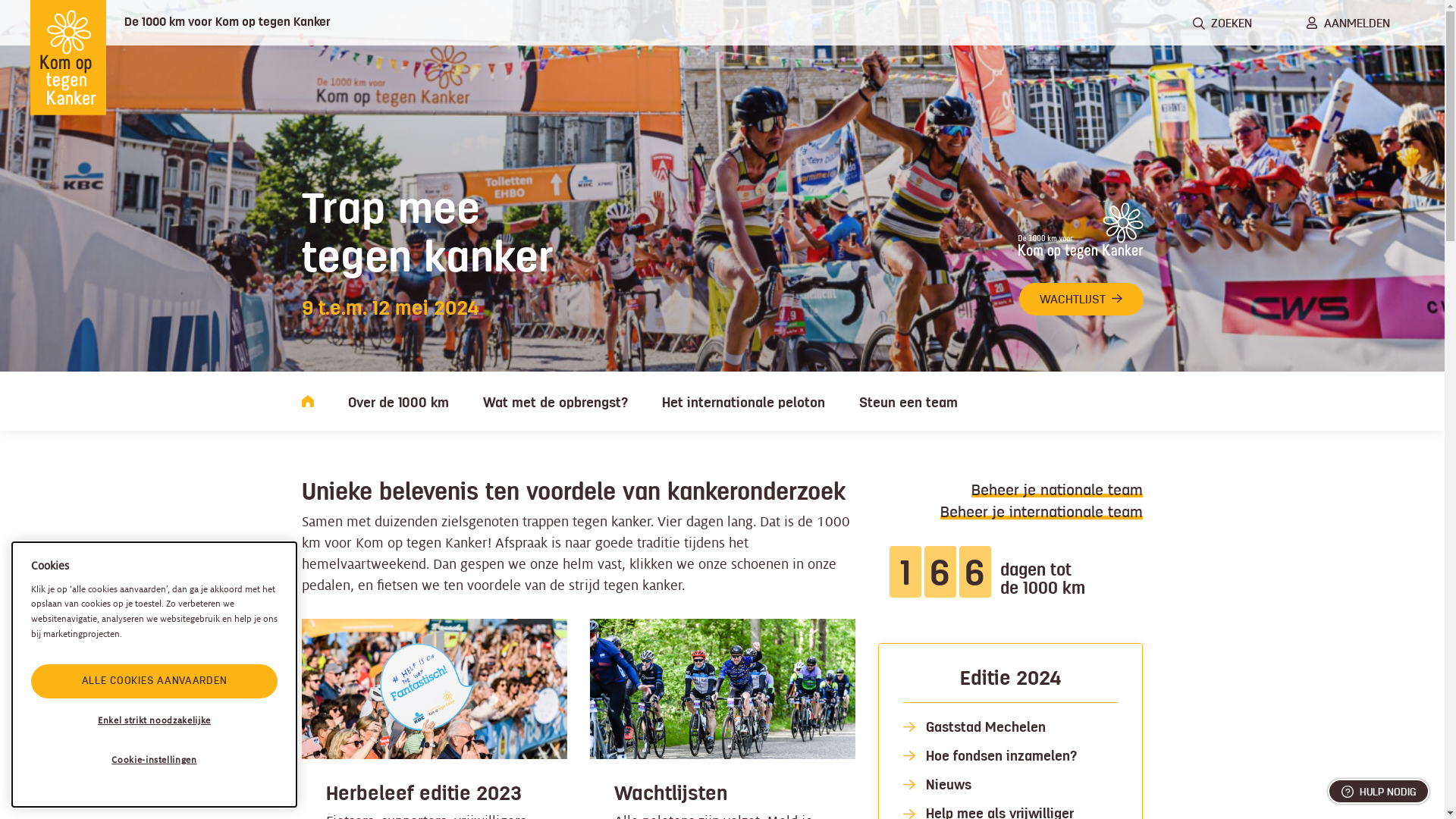 This screenshot has width=1456, height=819. What do you see at coordinates (154, 680) in the screenshot?
I see `'ALLE COOKIES AANVAARDEN'` at bounding box center [154, 680].